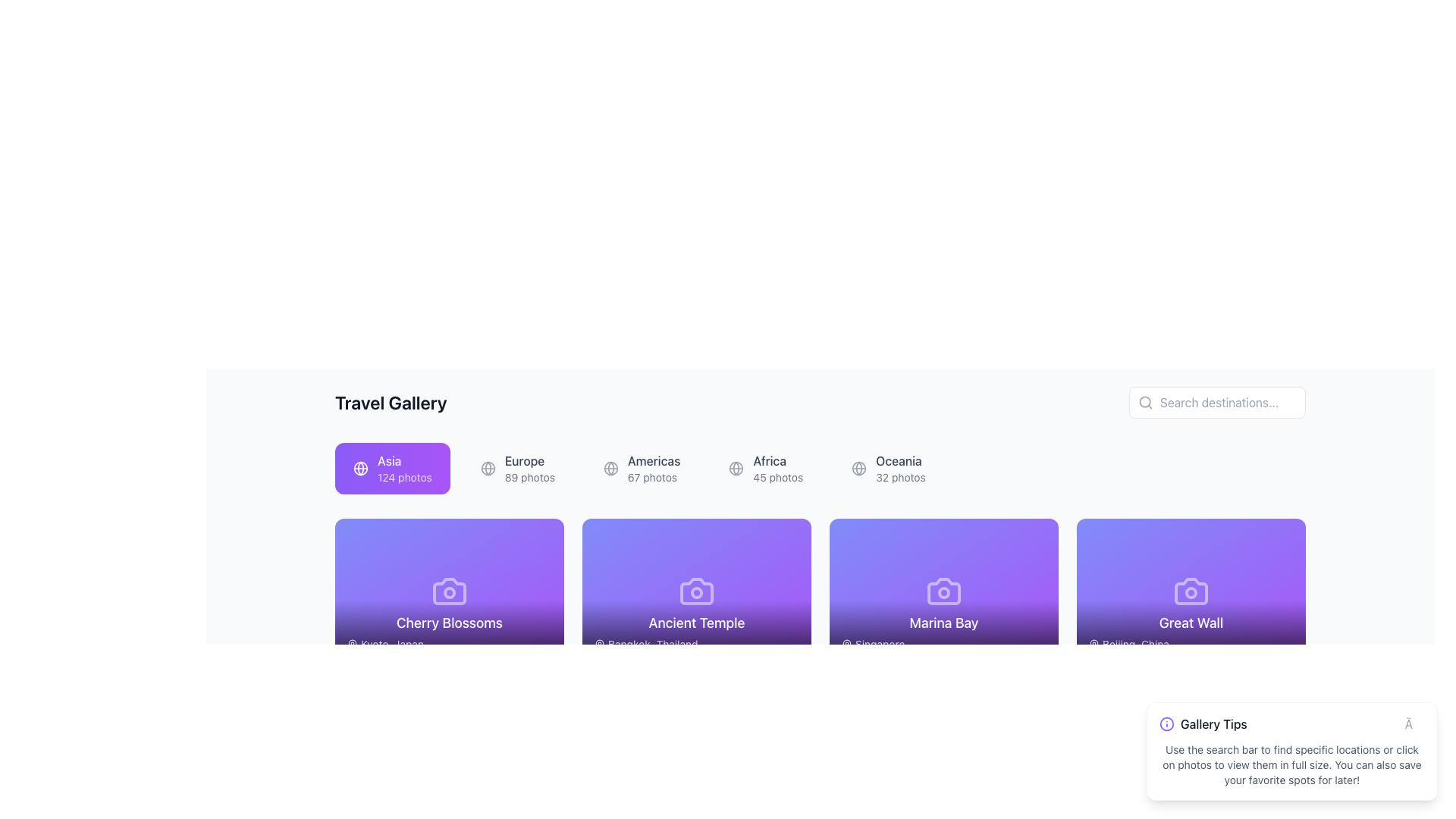  Describe the element at coordinates (695, 590) in the screenshot. I see `the 'Ancient Temple' card located in the first row of the grid layout` at that location.